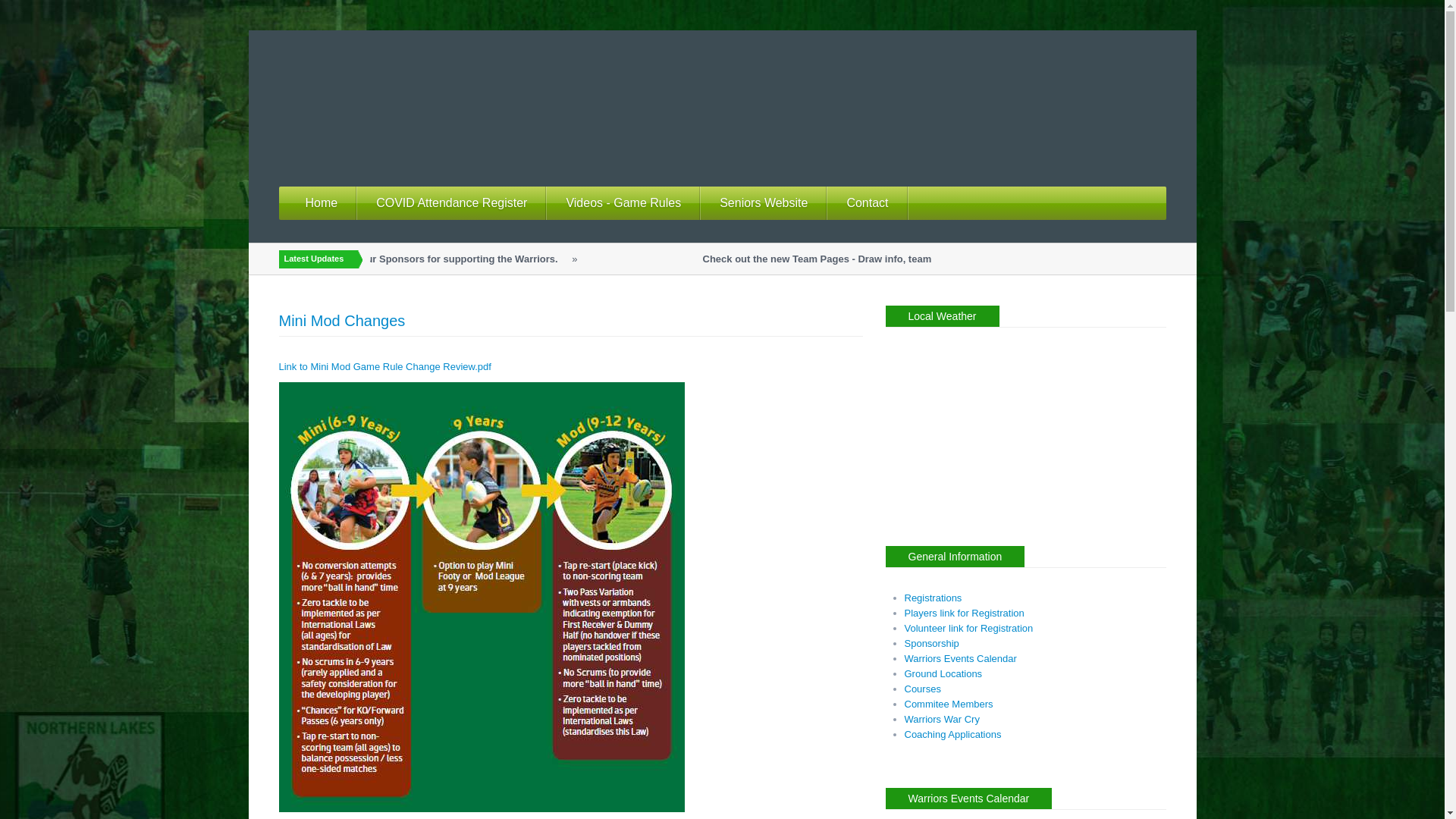  What do you see at coordinates (700, 202) in the screenshot?
I see `'Seniors Website'` at bounding box center [700, 202].